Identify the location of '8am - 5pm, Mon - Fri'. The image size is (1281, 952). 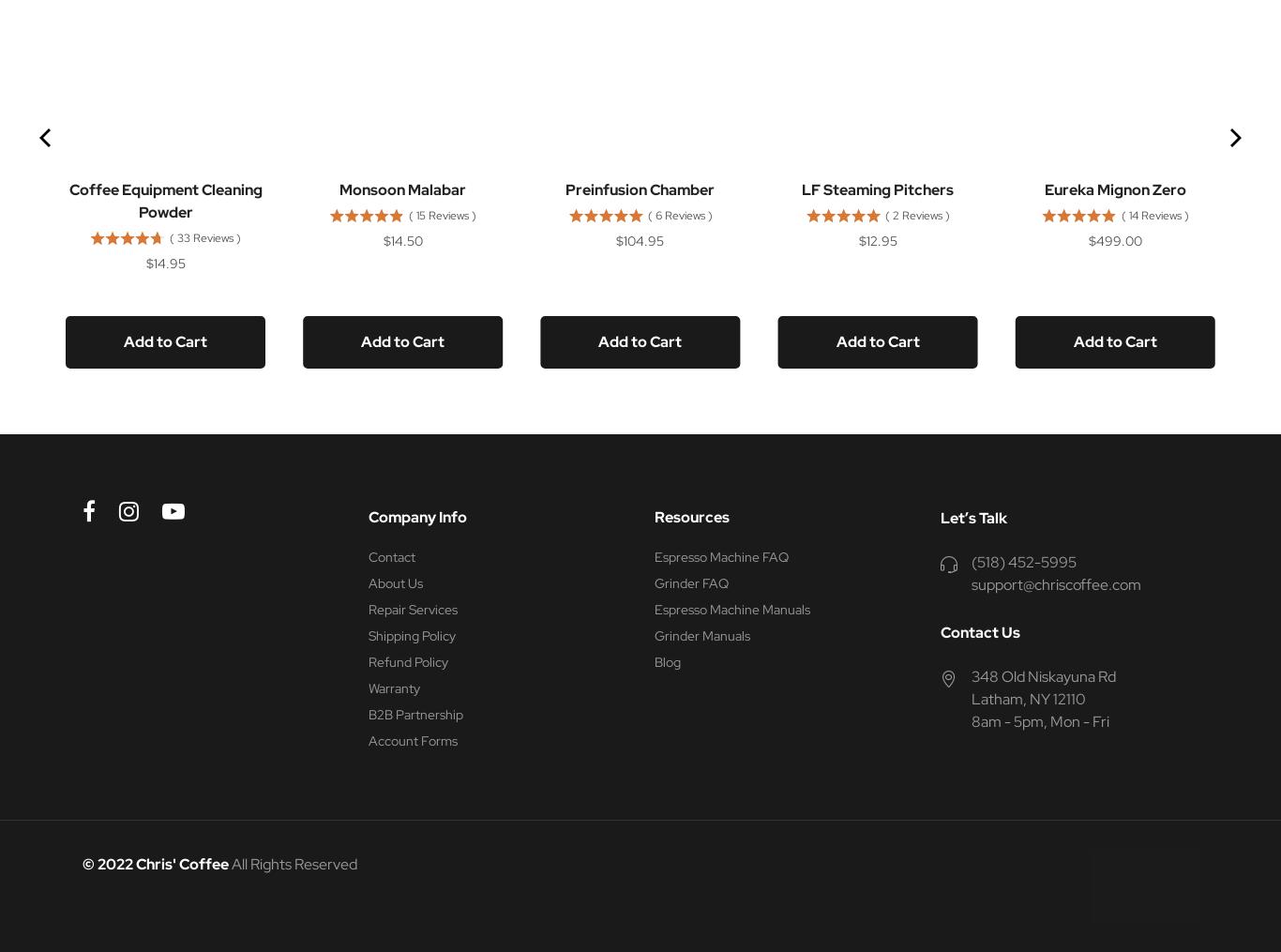
(1039, 720).